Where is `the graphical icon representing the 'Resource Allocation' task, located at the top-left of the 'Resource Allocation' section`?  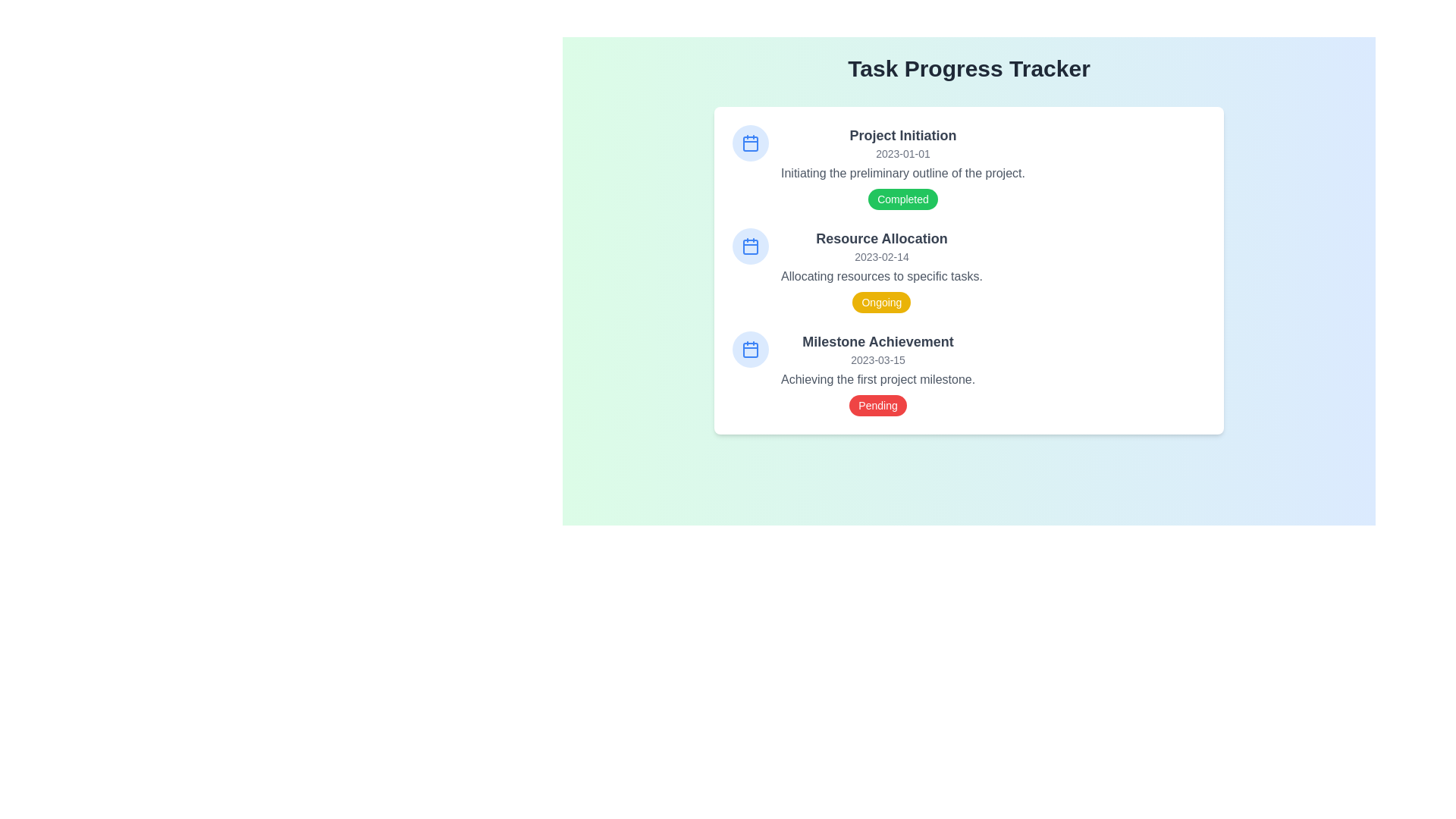
the graphical icon representing the 'Resource Allocation' task, located at the top-left of the 'Resource Allocation' section is located at coordinates (750, 245).